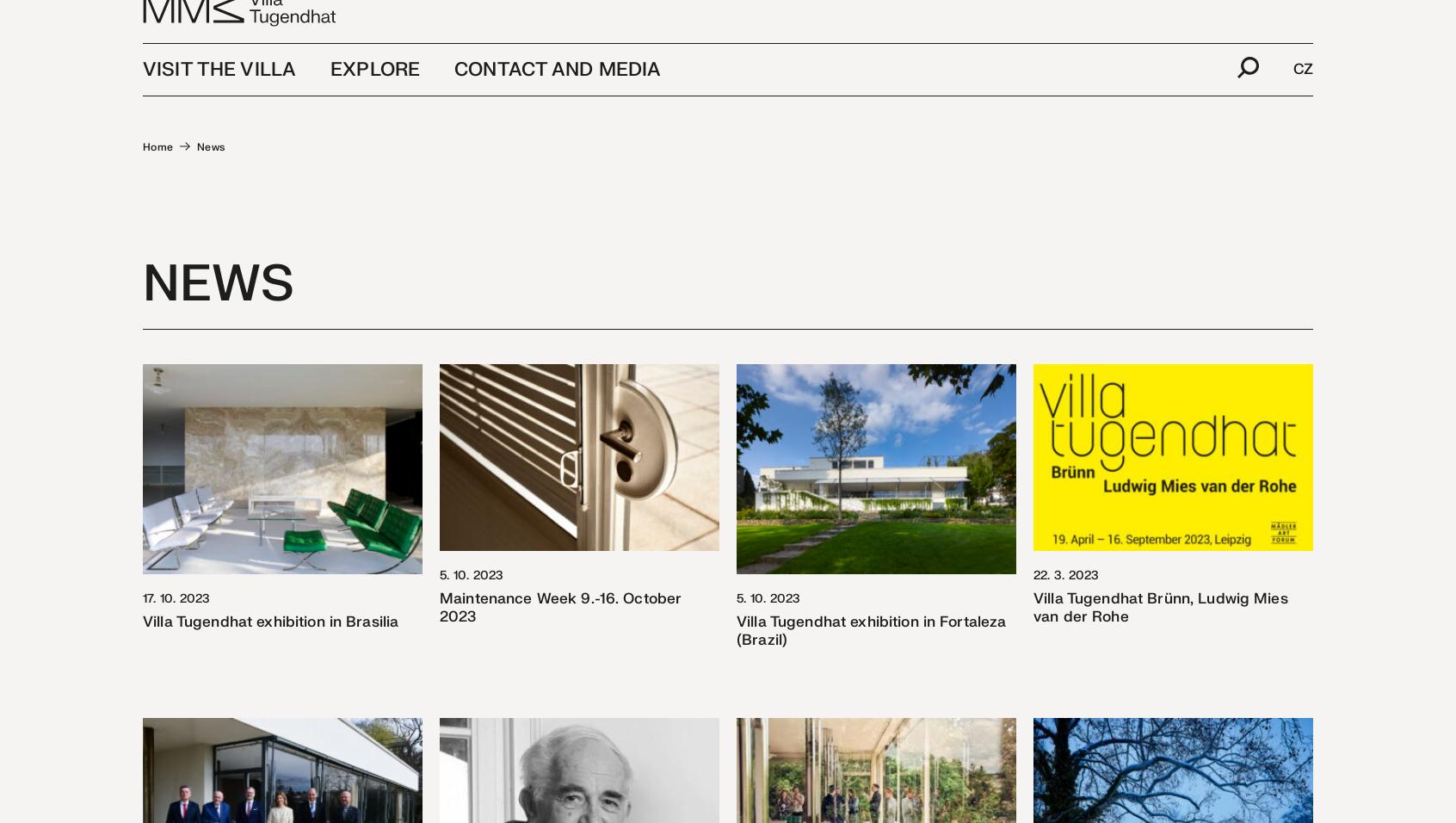  Describe the element at coordinates (141, 147) in the screenshot. I see `'Home'` at that location.